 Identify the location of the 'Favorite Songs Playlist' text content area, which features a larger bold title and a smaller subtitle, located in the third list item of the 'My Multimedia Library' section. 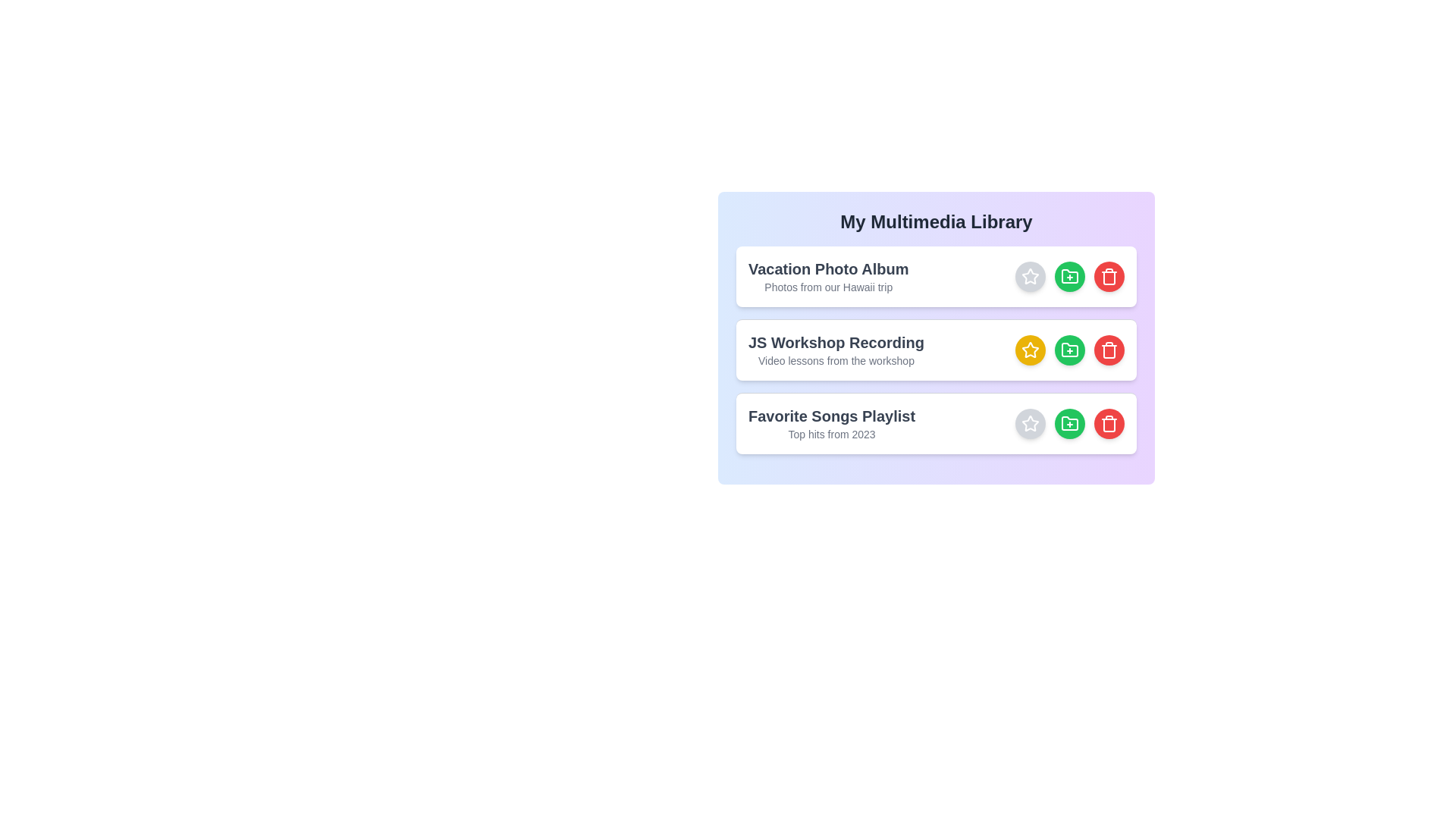
(831, 424).